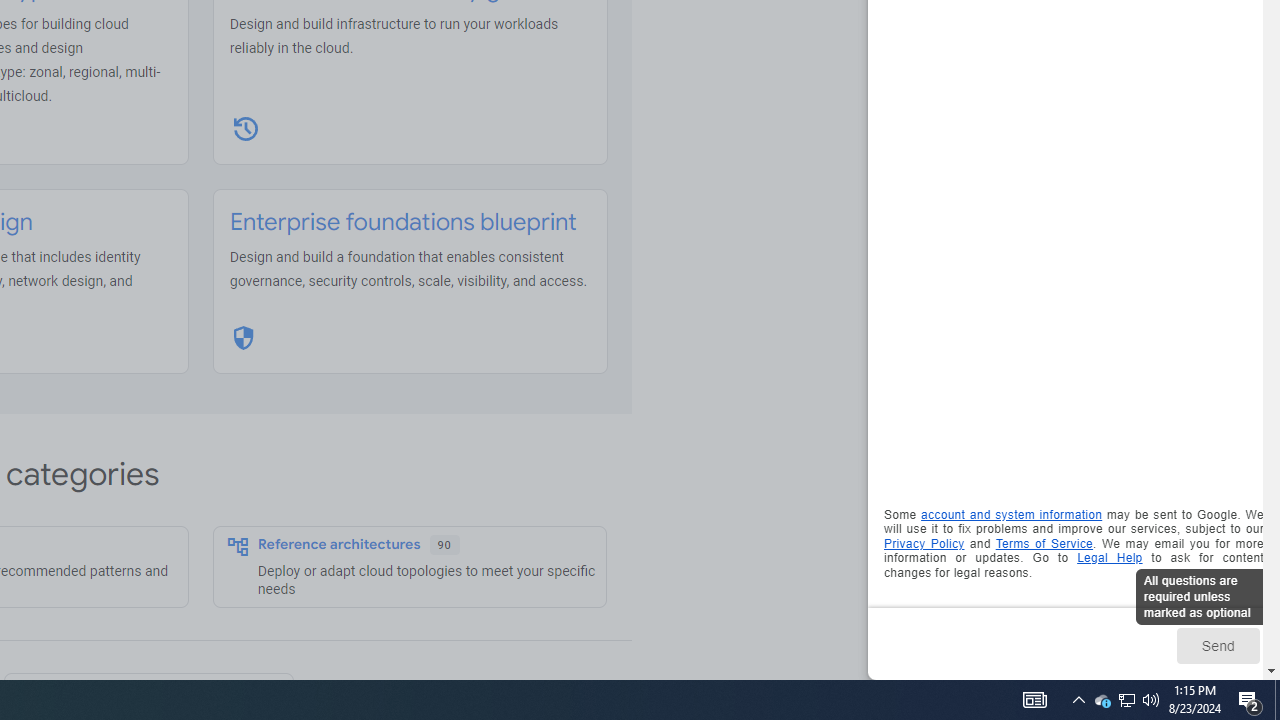  I want to click on 'Opens in a new tab. Privacy Policy', so click(923, 543).